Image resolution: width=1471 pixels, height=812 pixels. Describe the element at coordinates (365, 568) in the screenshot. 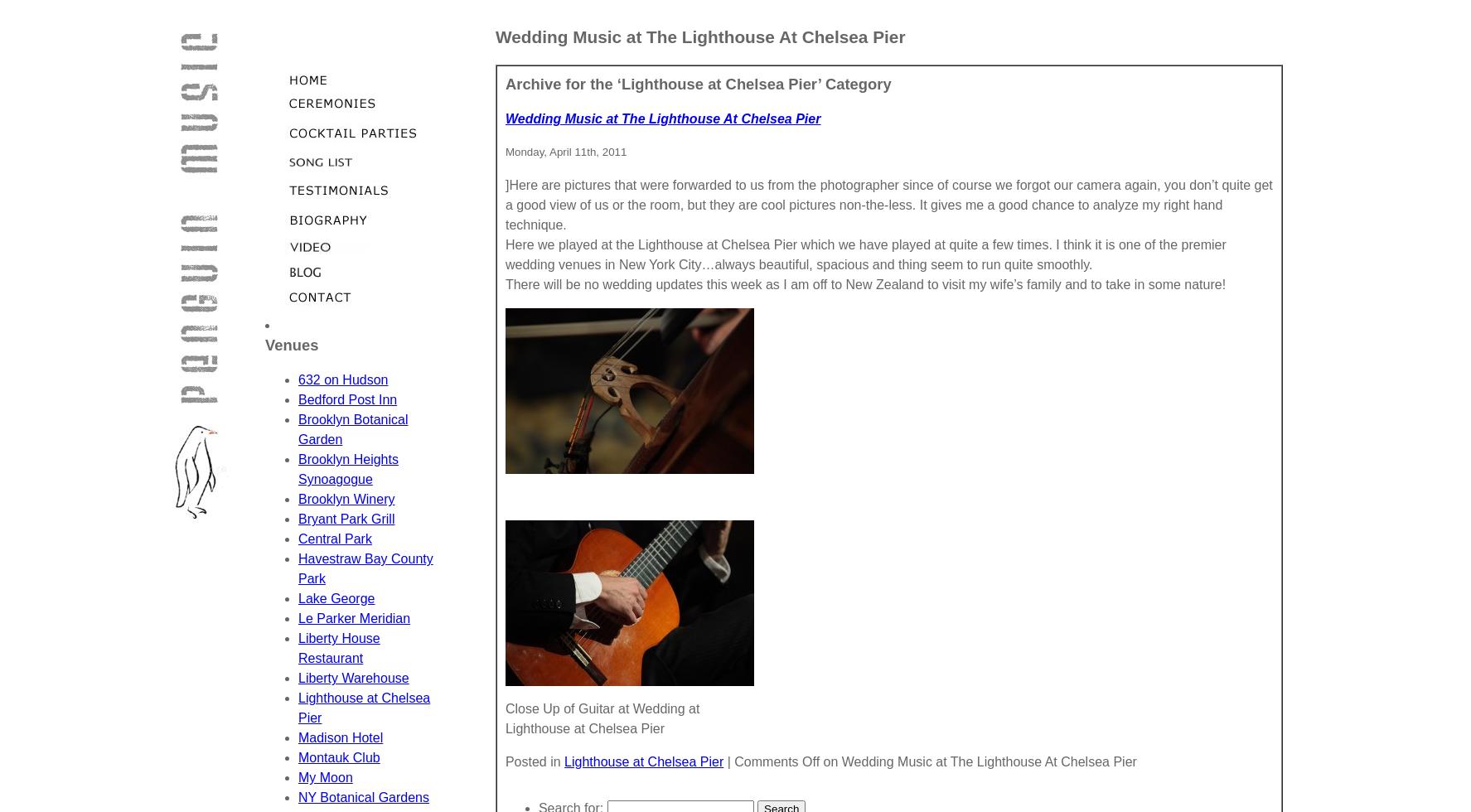

I see `'Havestraw Bay County Park'` at that location.